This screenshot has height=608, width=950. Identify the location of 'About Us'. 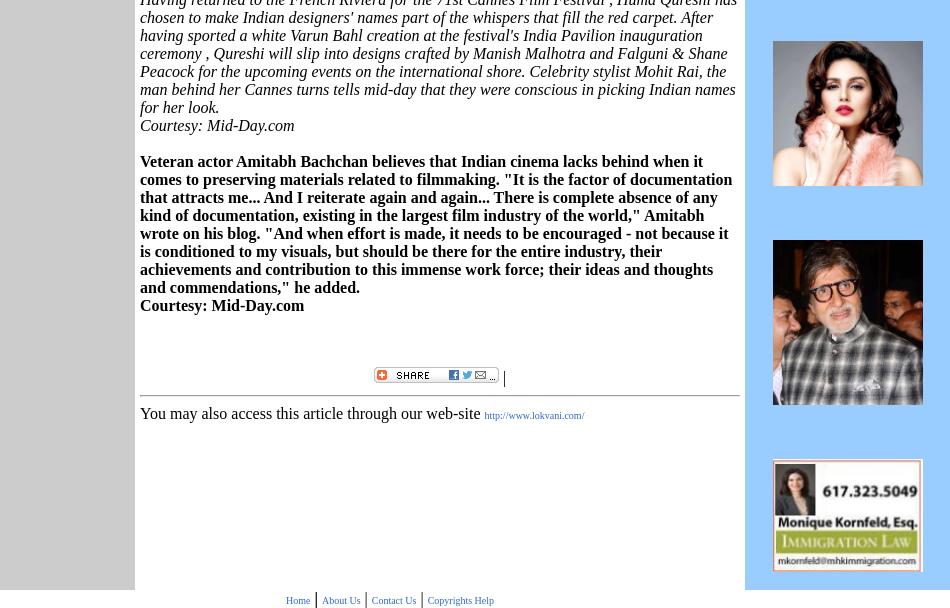
(320, 598).